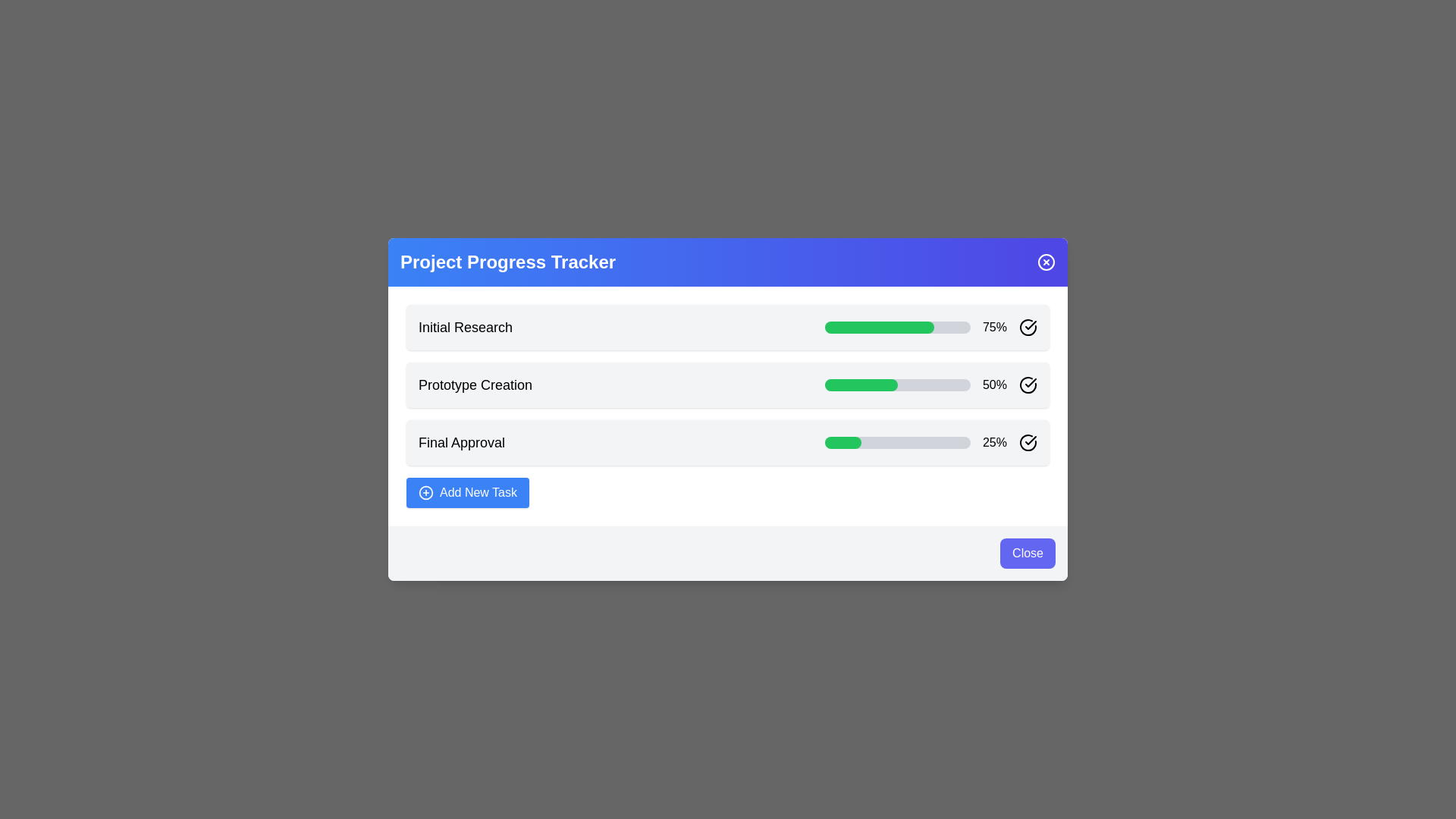 Image resolution: width=1456 pixels, height=819 pixels. What do you see at coordinates (425, 493) in the screenshot?
I see `the circular icon with a plus sign in the center, which is located to the left of the 'Add New Task' text in the blue button at the bottom left corner of the modal interface` at bounding box center [425, 493].